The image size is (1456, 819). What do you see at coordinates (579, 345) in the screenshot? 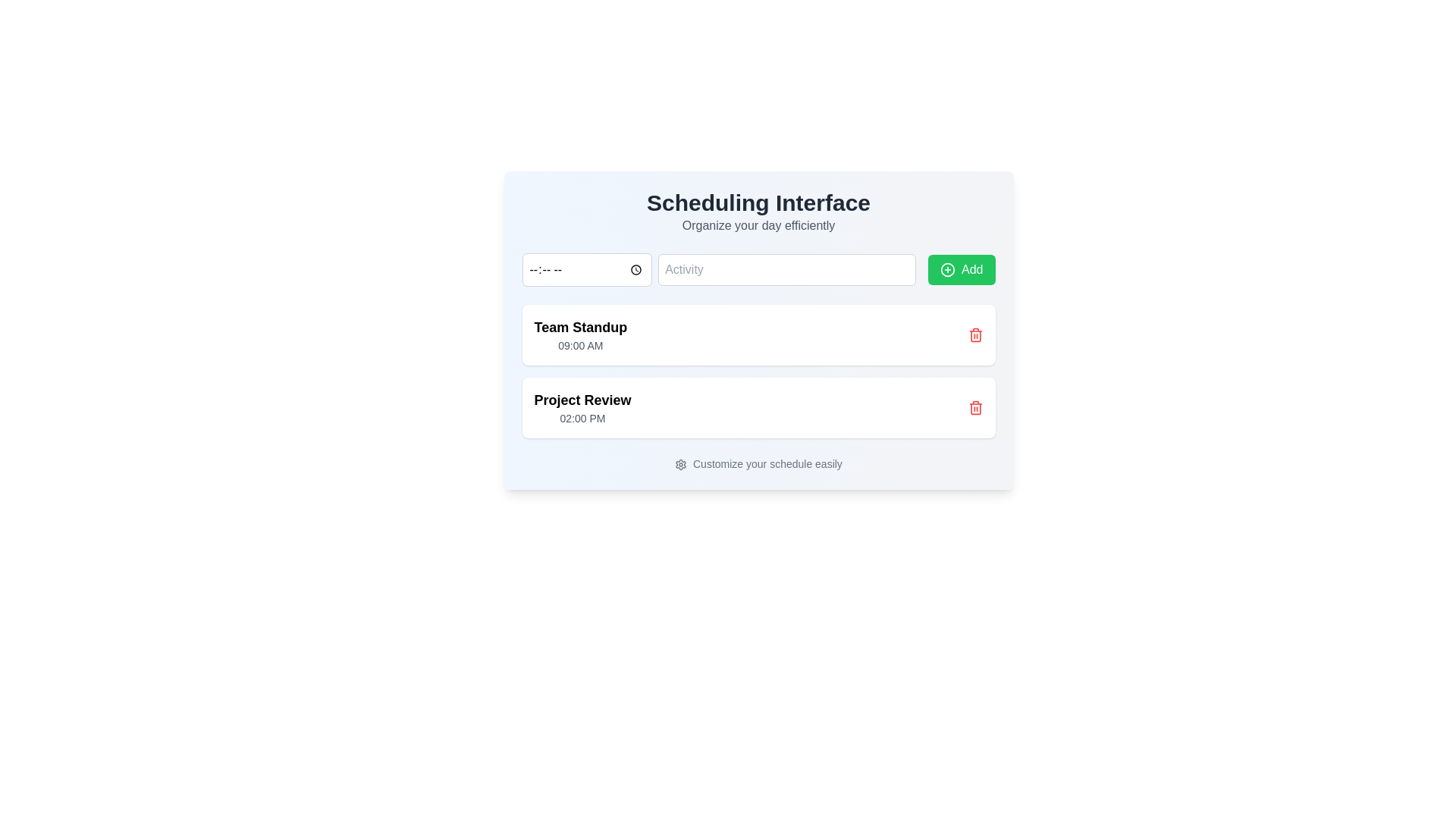
I see `the text label displaying '09:00 AM' which is located below the title 'Team Standup' in the schedule list` at bounding box center [579, 345].